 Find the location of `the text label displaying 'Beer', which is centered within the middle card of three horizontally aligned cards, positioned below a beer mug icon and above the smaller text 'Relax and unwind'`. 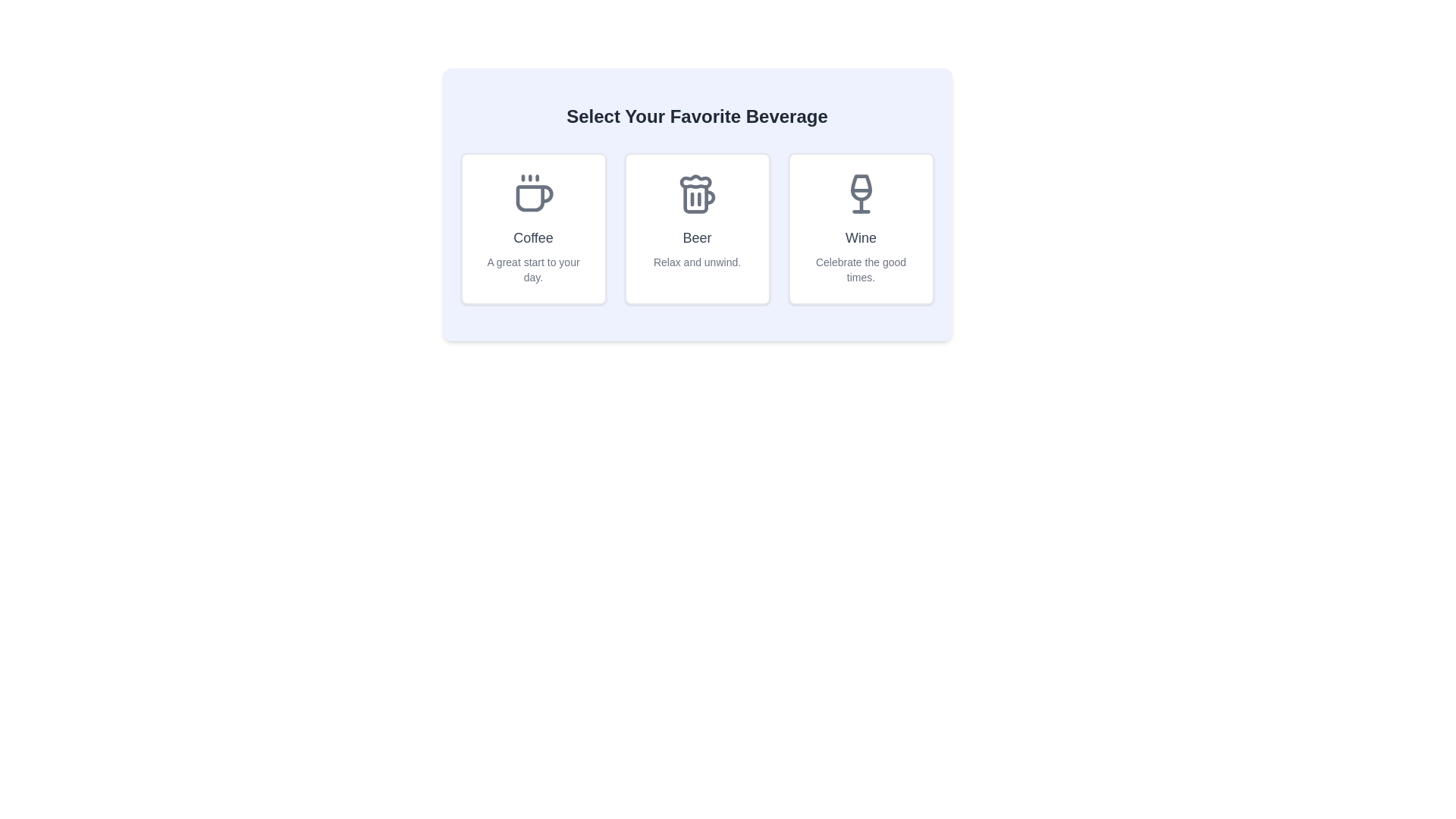

the text label displaying 'Beer', which is centered within the middle card of three horizontally aligned cards, positioned below a beer mug icon and above the smaller text 'Relax and unwind' is located at coordinates (696, 237).